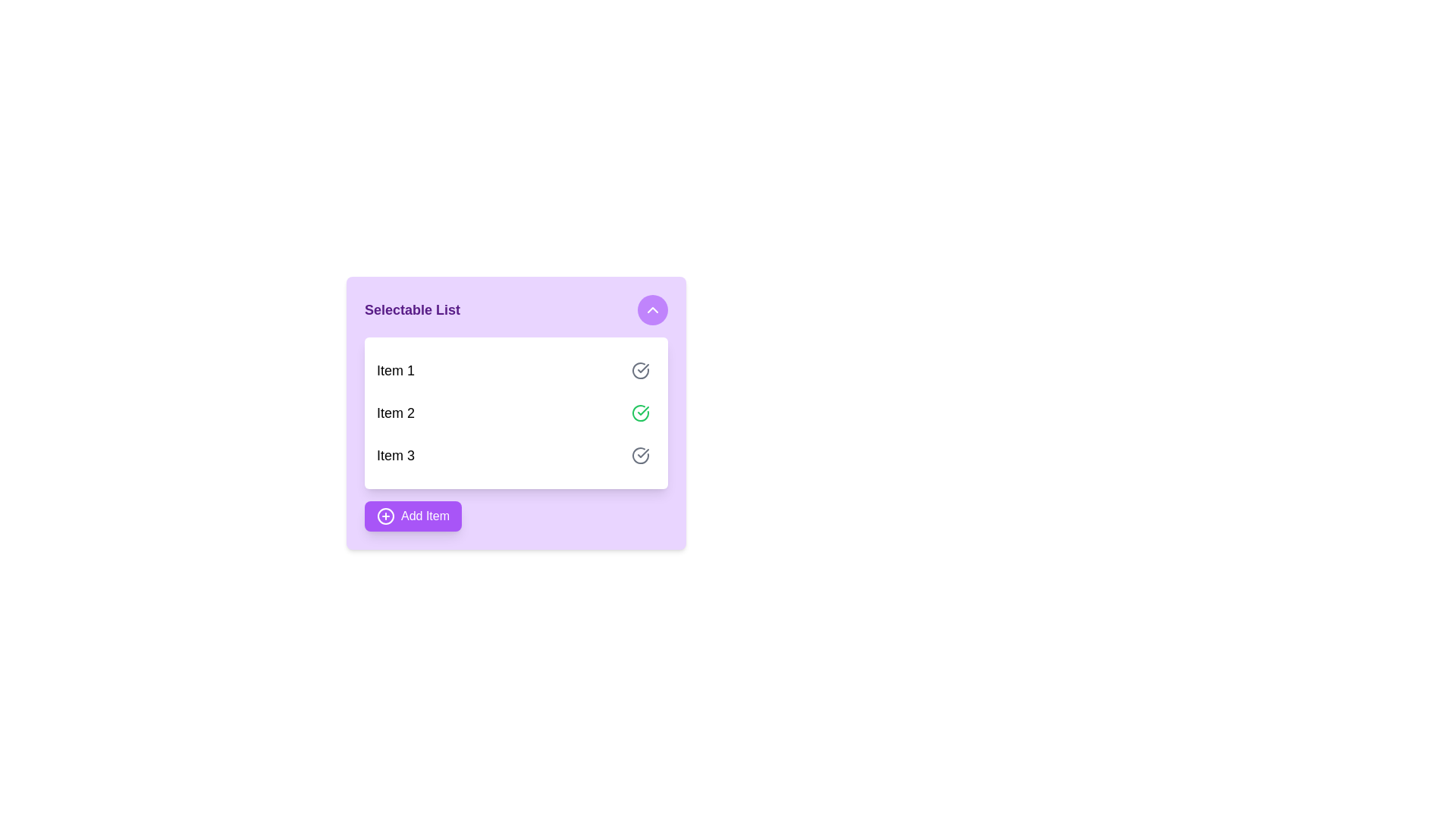 The height and width of the screenshot is (819, 1456). I want to click on the circular icon button with a gray outline and a checkmark inside, located to the far right of the row labeled 'Item 3' in the interactive list interface, so click(640, 455).